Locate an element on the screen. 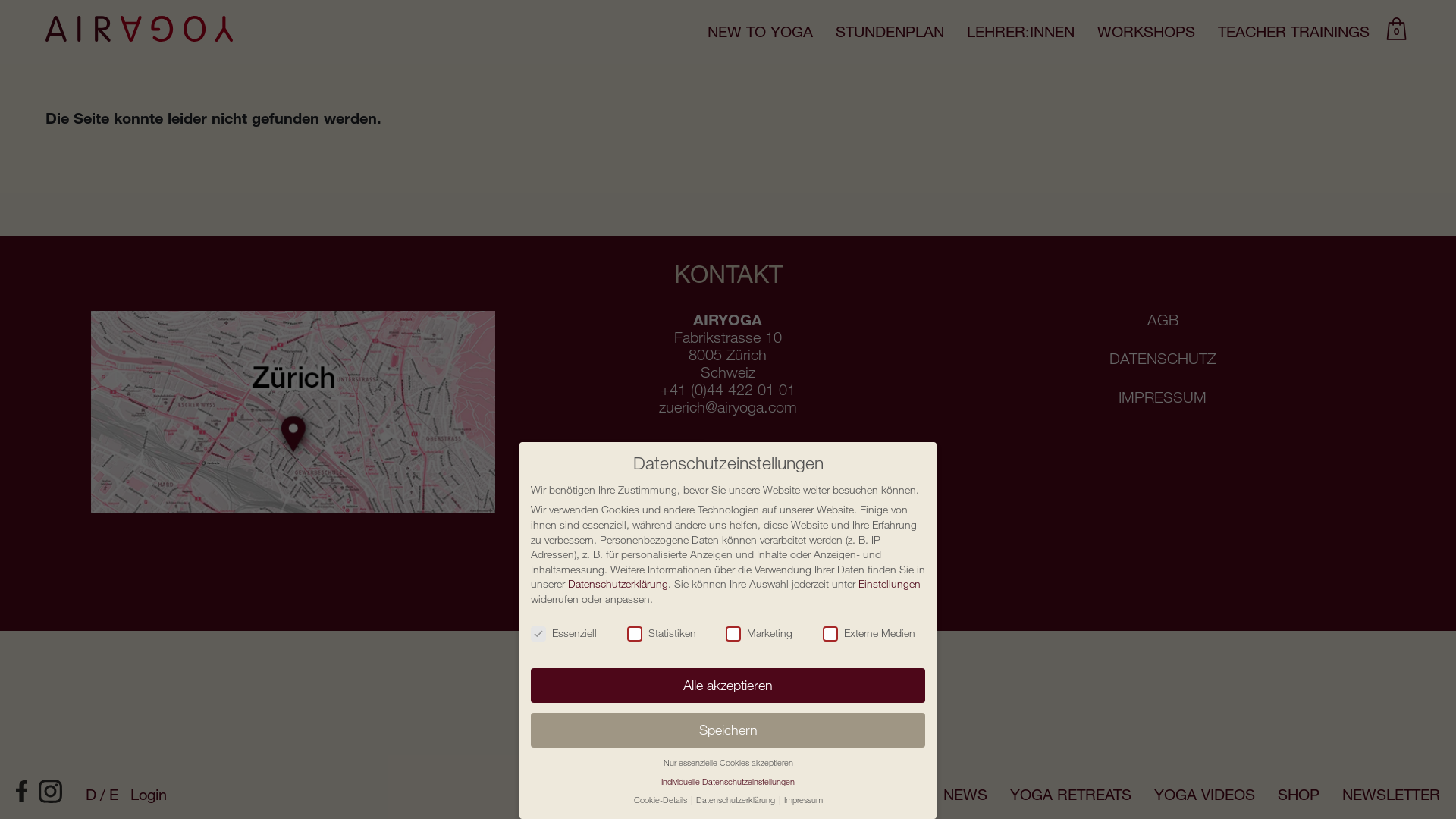 The height and width of the screenshot is (819, 1456). 'Individuelle Datenschutzeinstellungen' is located at coordinates (728, 781).